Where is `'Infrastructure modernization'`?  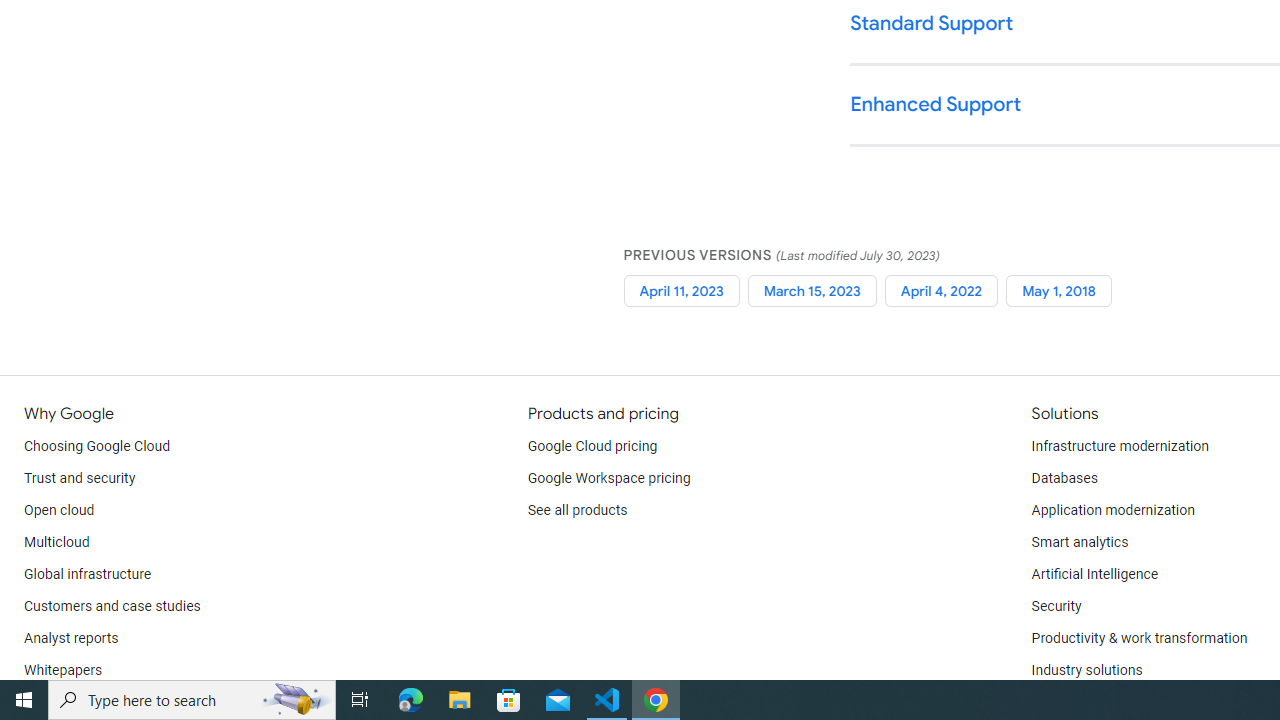
'Infrastructure modernization' is located at coordinates (1120, 446).